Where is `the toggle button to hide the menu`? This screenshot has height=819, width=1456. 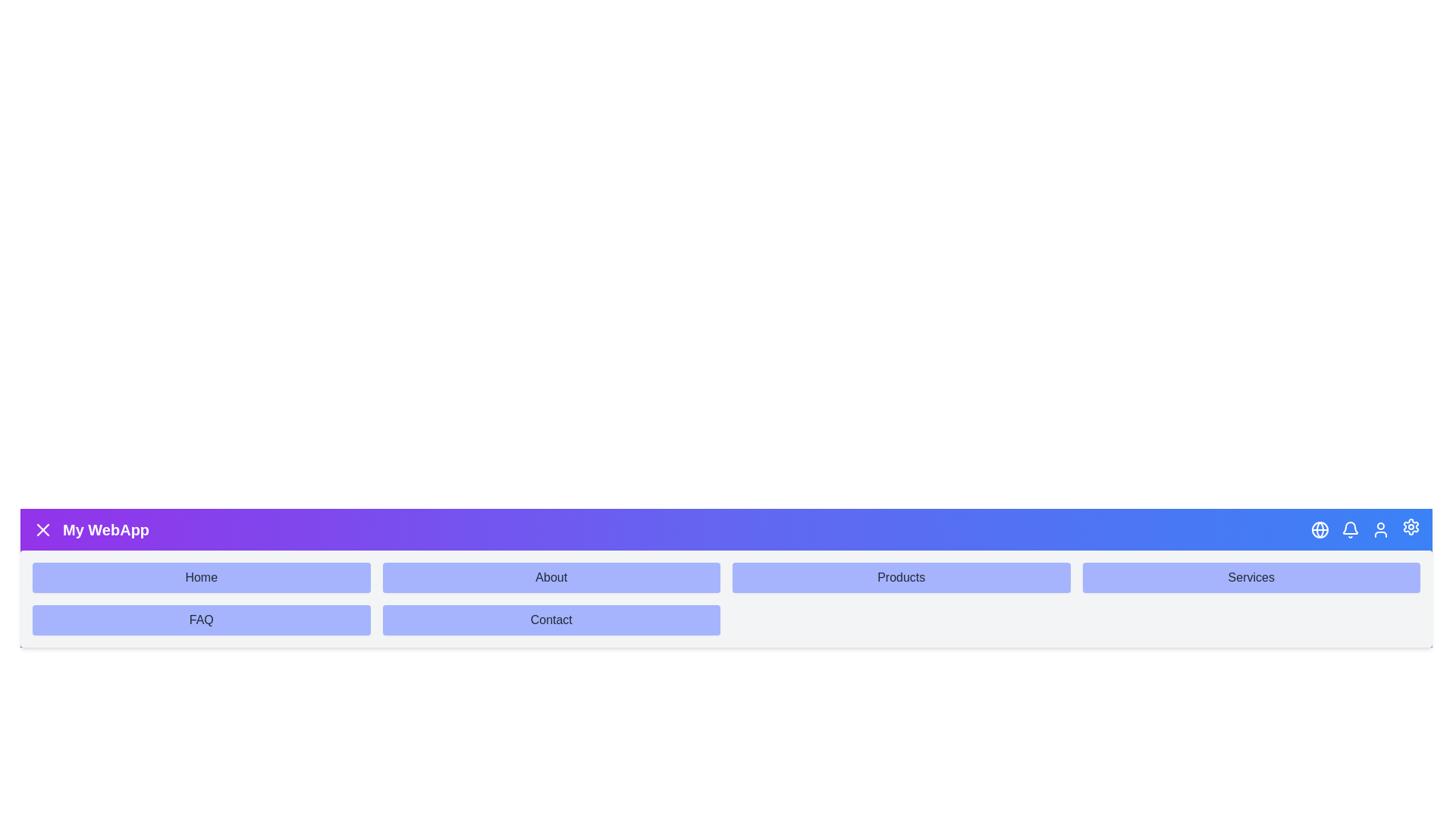
the toggle button to hide the menu is located at coordinates (43, 529).